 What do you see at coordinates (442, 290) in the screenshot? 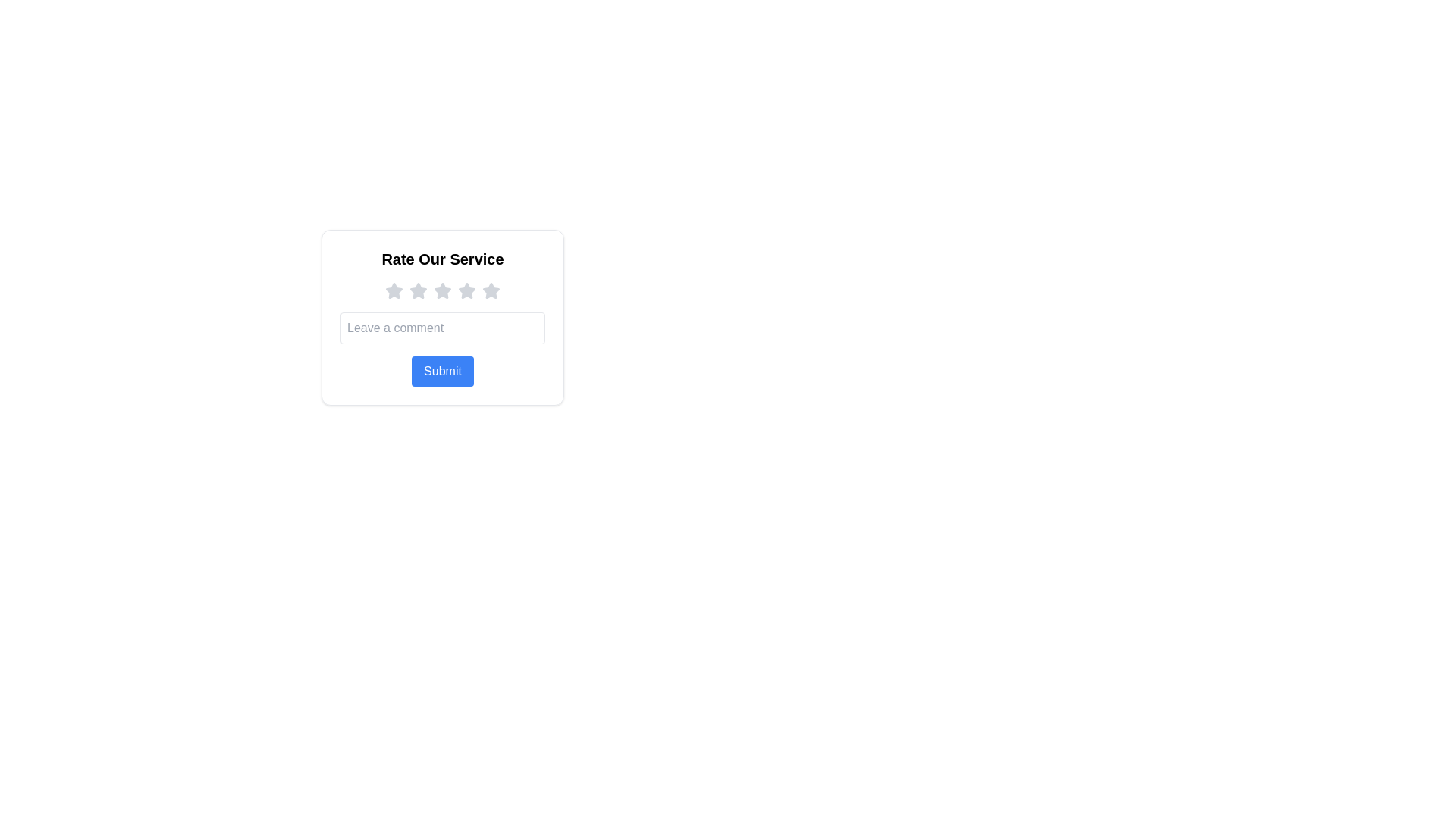
I see `the third star icon in the horizontal rating selection component` at bounding box center [442, 290].